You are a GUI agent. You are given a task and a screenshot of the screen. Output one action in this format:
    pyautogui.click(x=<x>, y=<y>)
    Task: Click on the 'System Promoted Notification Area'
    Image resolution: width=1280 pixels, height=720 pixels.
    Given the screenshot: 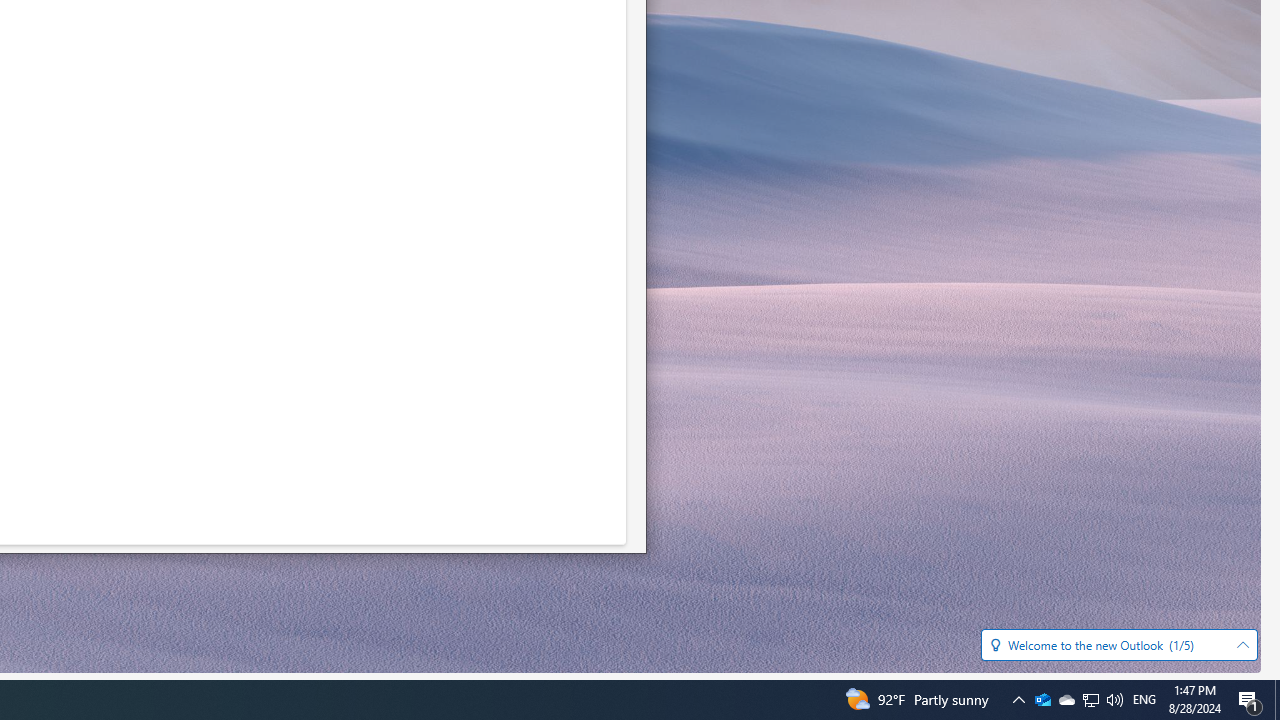 What is the action you would take?
    pyautogui.click(x=1041, y=698)
    